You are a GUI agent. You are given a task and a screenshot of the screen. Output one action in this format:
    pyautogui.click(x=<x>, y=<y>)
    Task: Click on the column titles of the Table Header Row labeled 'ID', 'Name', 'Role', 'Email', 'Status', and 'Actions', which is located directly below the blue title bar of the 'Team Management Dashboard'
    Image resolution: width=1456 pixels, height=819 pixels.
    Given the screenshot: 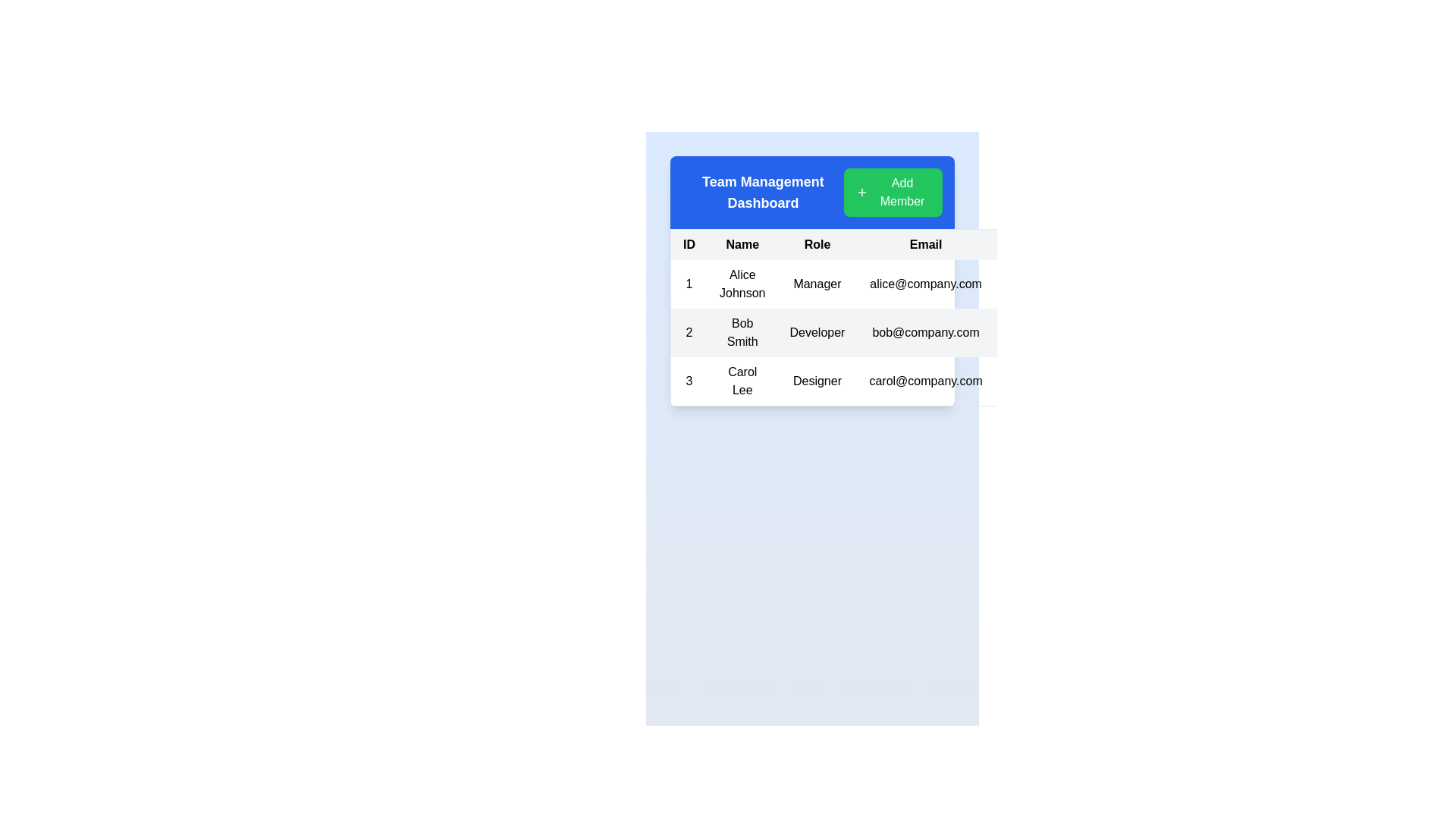 What is the action you would take?
    pyautogui.click(x=904, y=243)
    